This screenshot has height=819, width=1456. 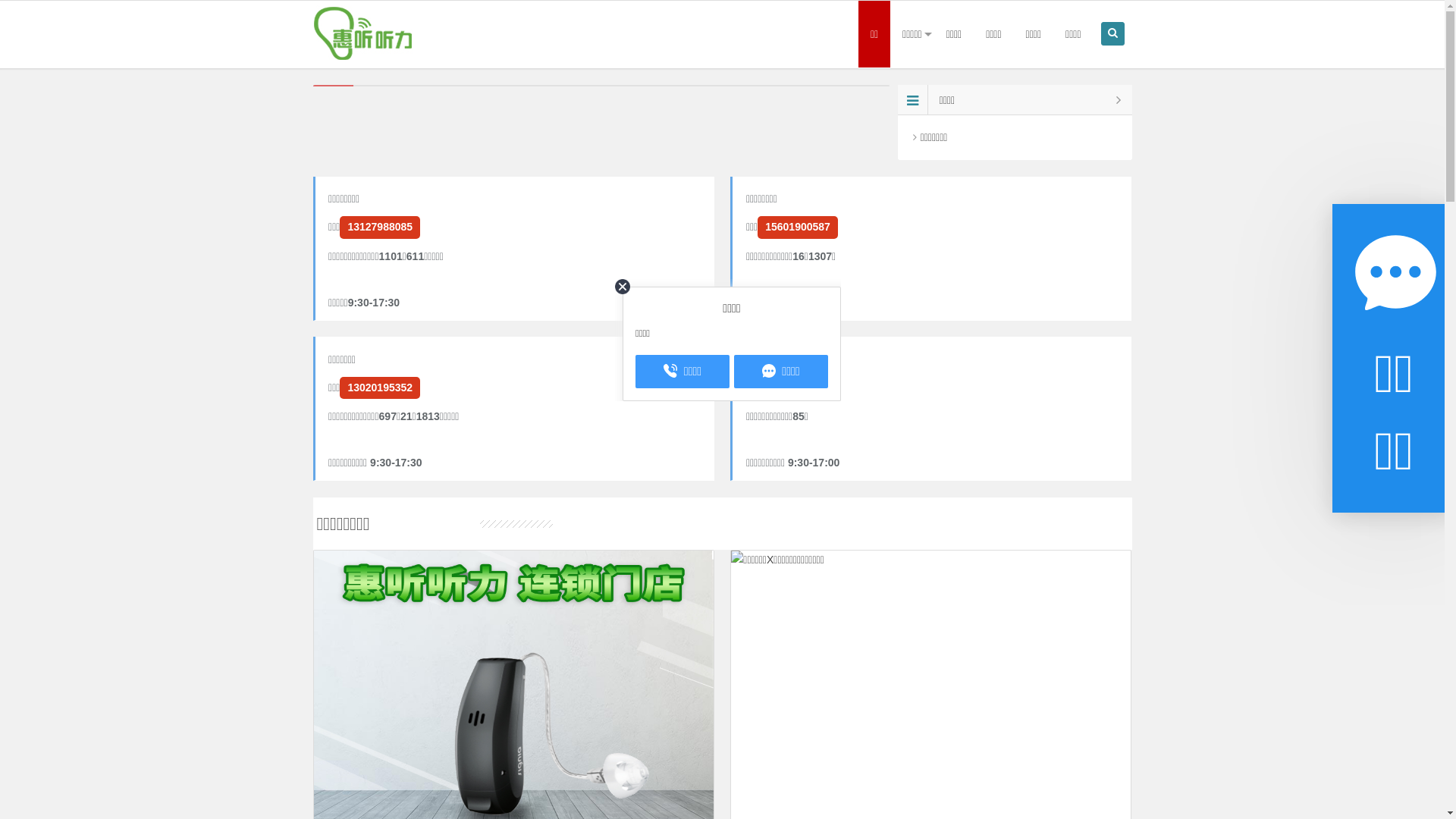 What do you see at coordinates (796, 387) in the screenshot?
I see `'13020151990'` at bounding box center [796, 387].